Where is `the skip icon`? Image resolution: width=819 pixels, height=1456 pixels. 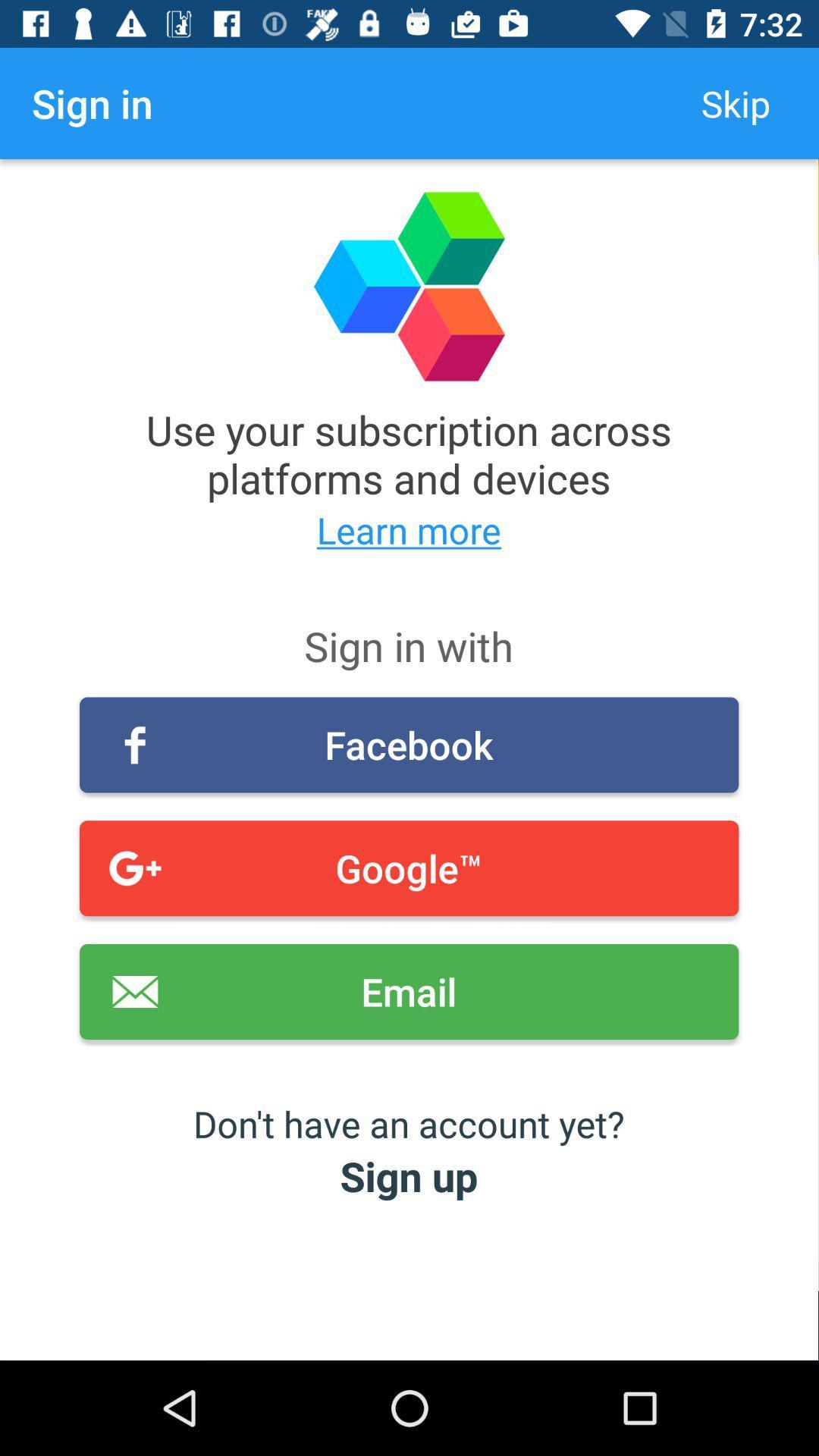 the skip icon is located at coordinates (735, 102).